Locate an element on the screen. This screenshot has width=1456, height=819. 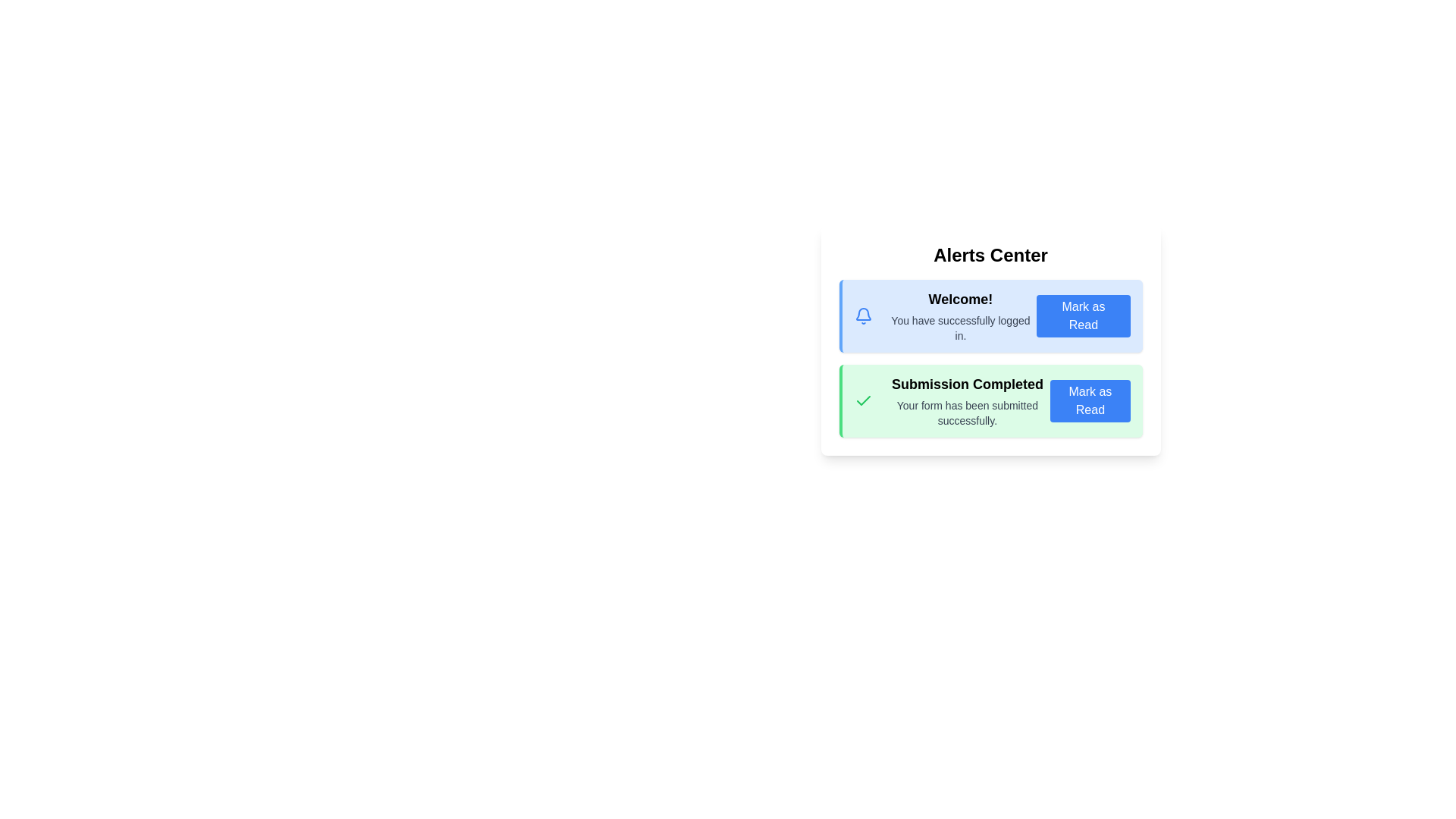
the 'Mark as Read' button, which is a rectangular button with a blue background and white text, located inside a green-highlighted box beneath the heading 'Alerts Center' is located at coordinates (1089, 400).